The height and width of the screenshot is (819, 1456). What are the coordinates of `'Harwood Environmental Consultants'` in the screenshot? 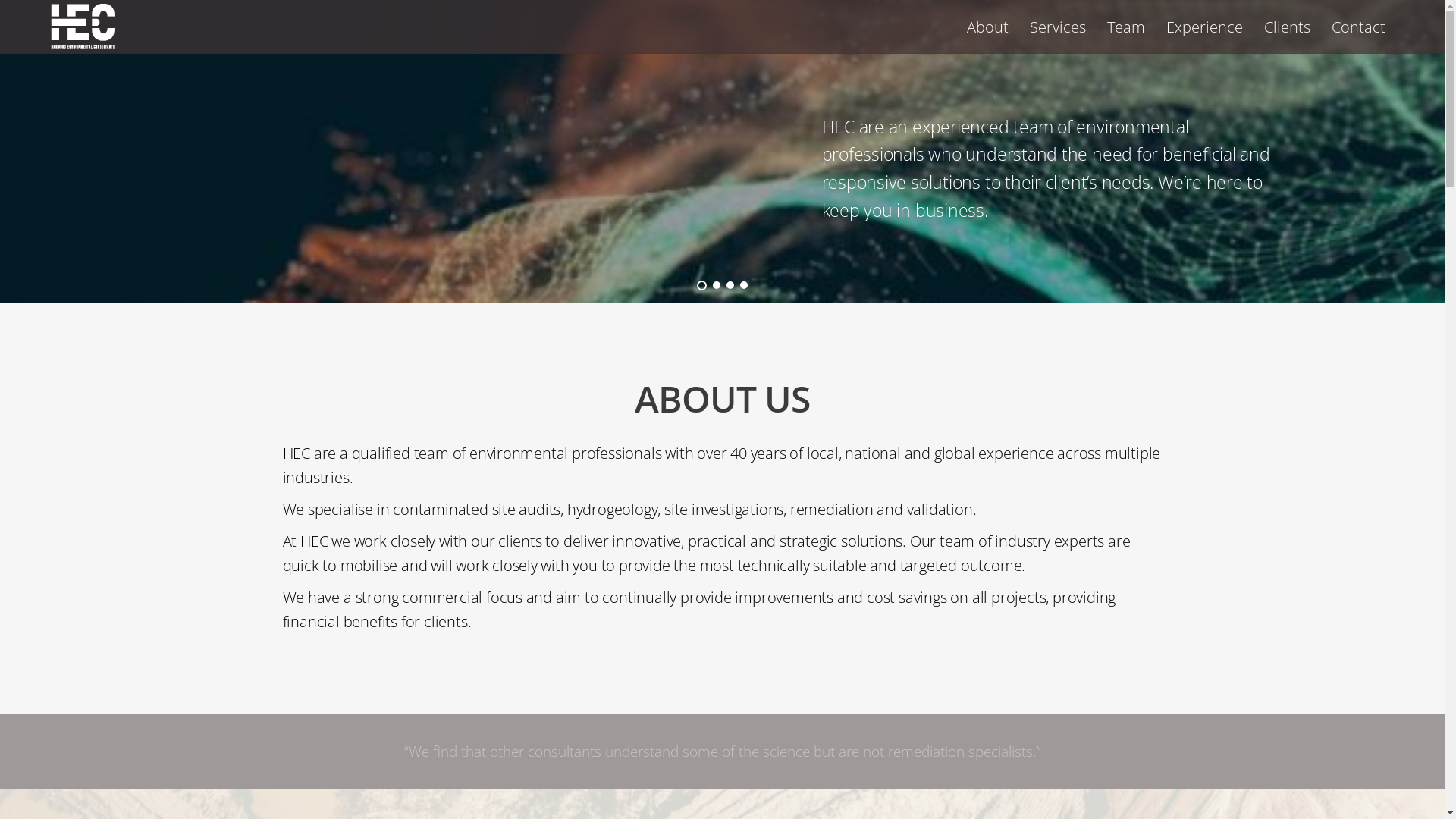 It's located at (82, 39).